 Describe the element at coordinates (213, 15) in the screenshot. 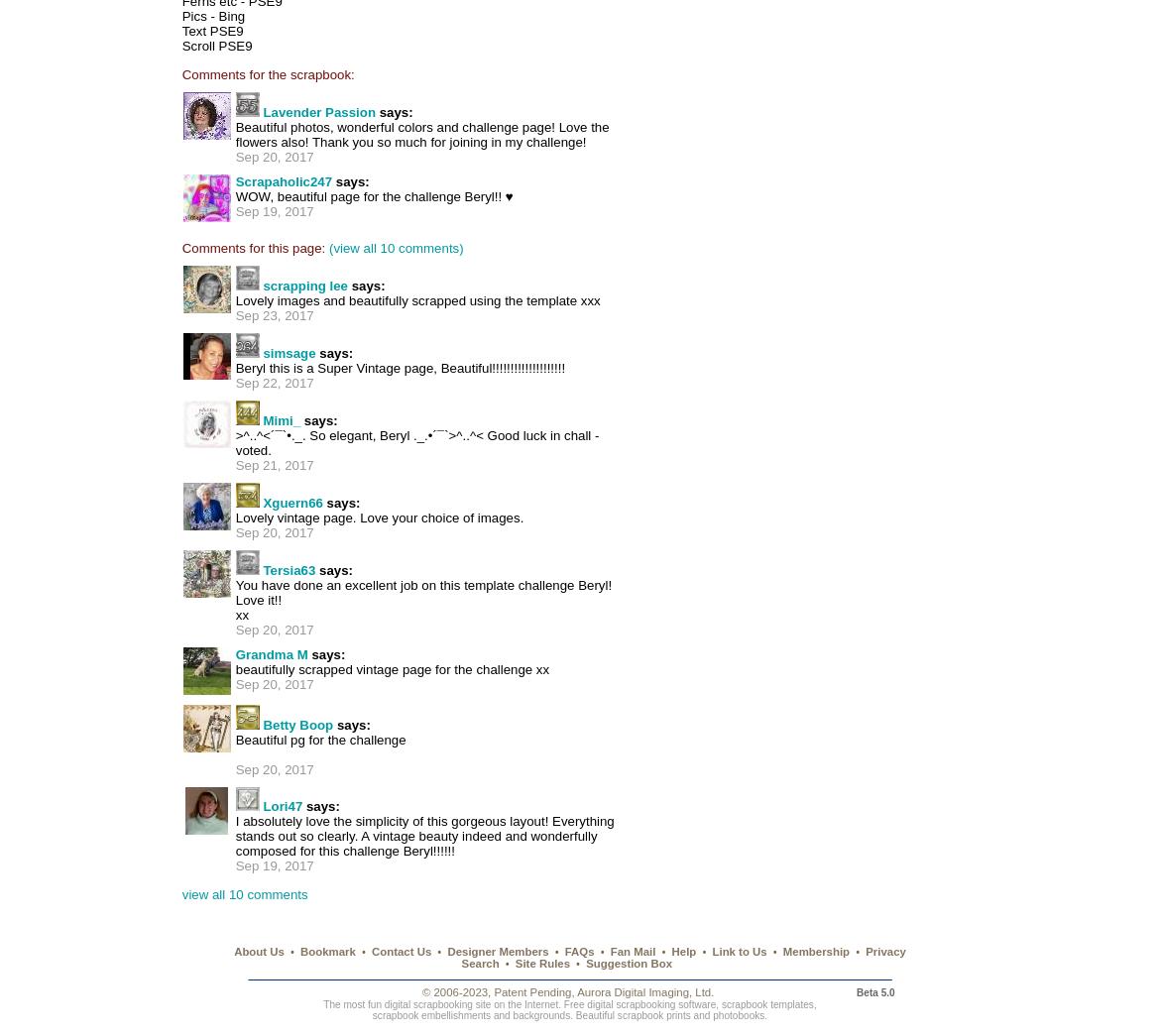

I see `'Pics - Bing'` at that location.